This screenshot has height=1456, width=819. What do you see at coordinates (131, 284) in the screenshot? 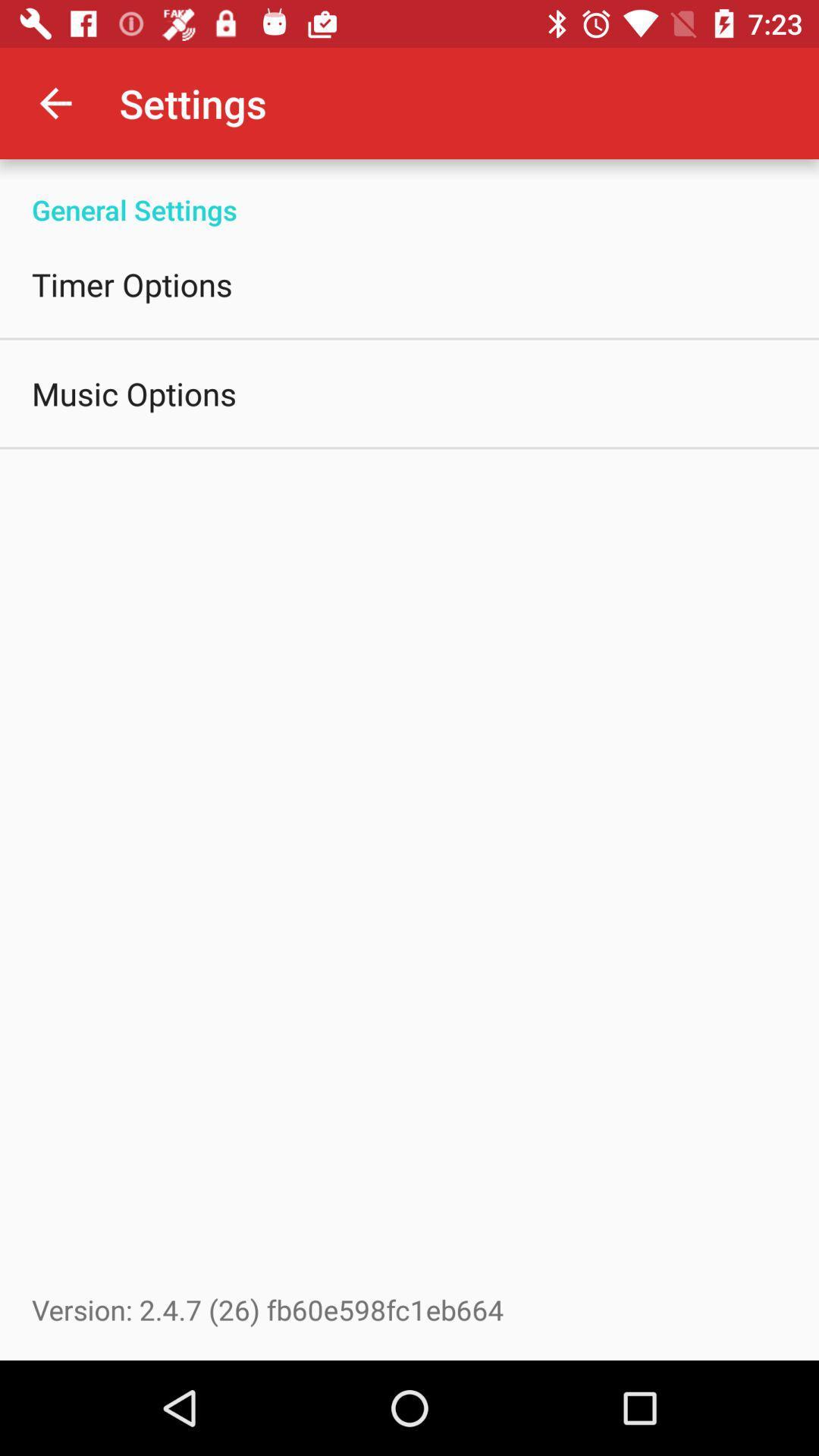
I see `the icon below the general settings item` at bounding box center [131, 284].